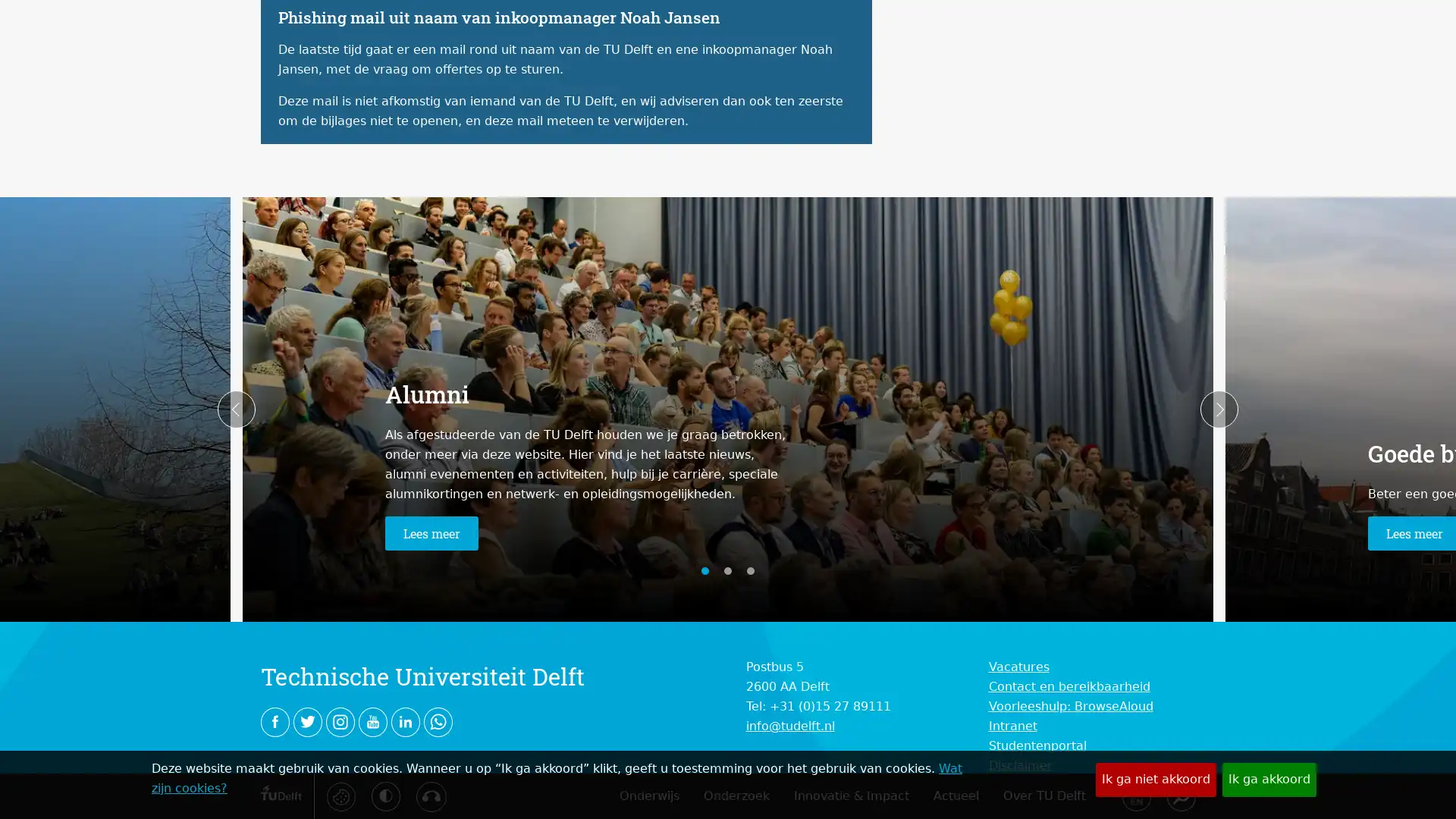  Describe the element at coordinates (385, 795) in the screenshot. I see `Activeer hoog contrast` at that location.